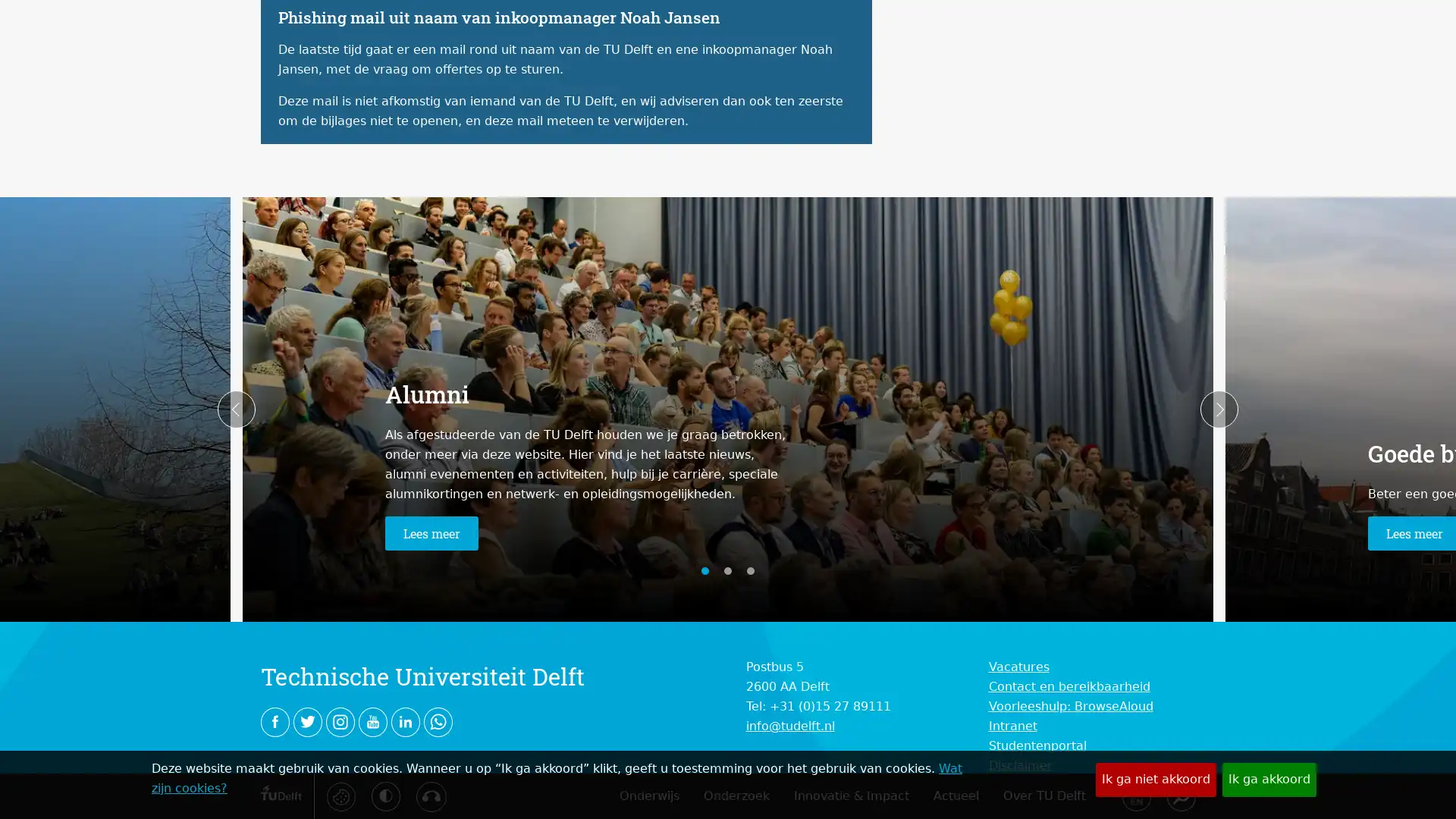  Describe the element at coordinates (385, 795) in the screenshot. I see `Activeer hoog contrast` at that location.